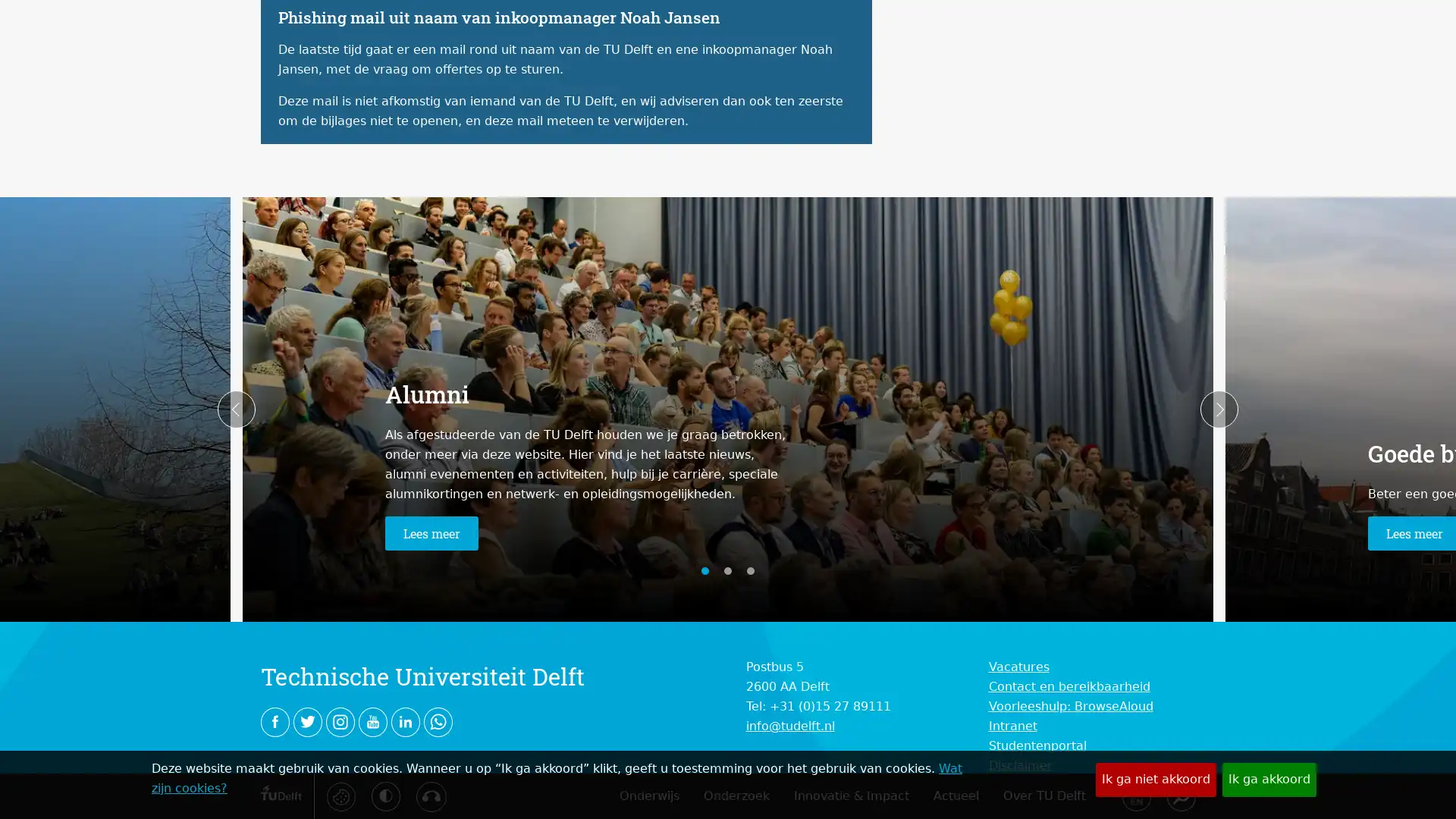  Describe the element at coordinates (385, 795) in the screenshot. I see `Activeer hoog contrast` at that location.